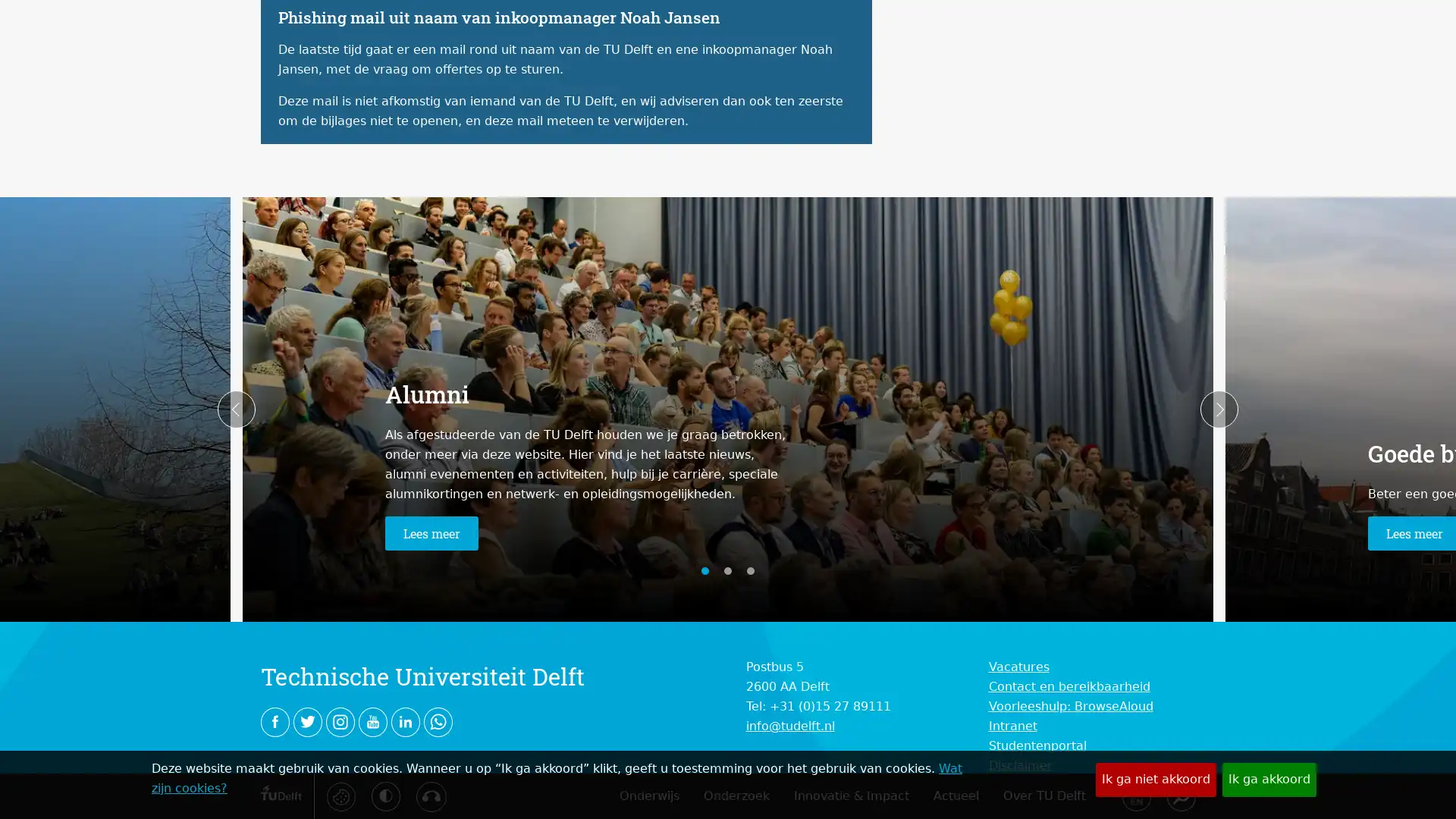  Describe the element at coordinates (385, 795) in the screenshot. I see `Activeer hoog contrast` at that location.